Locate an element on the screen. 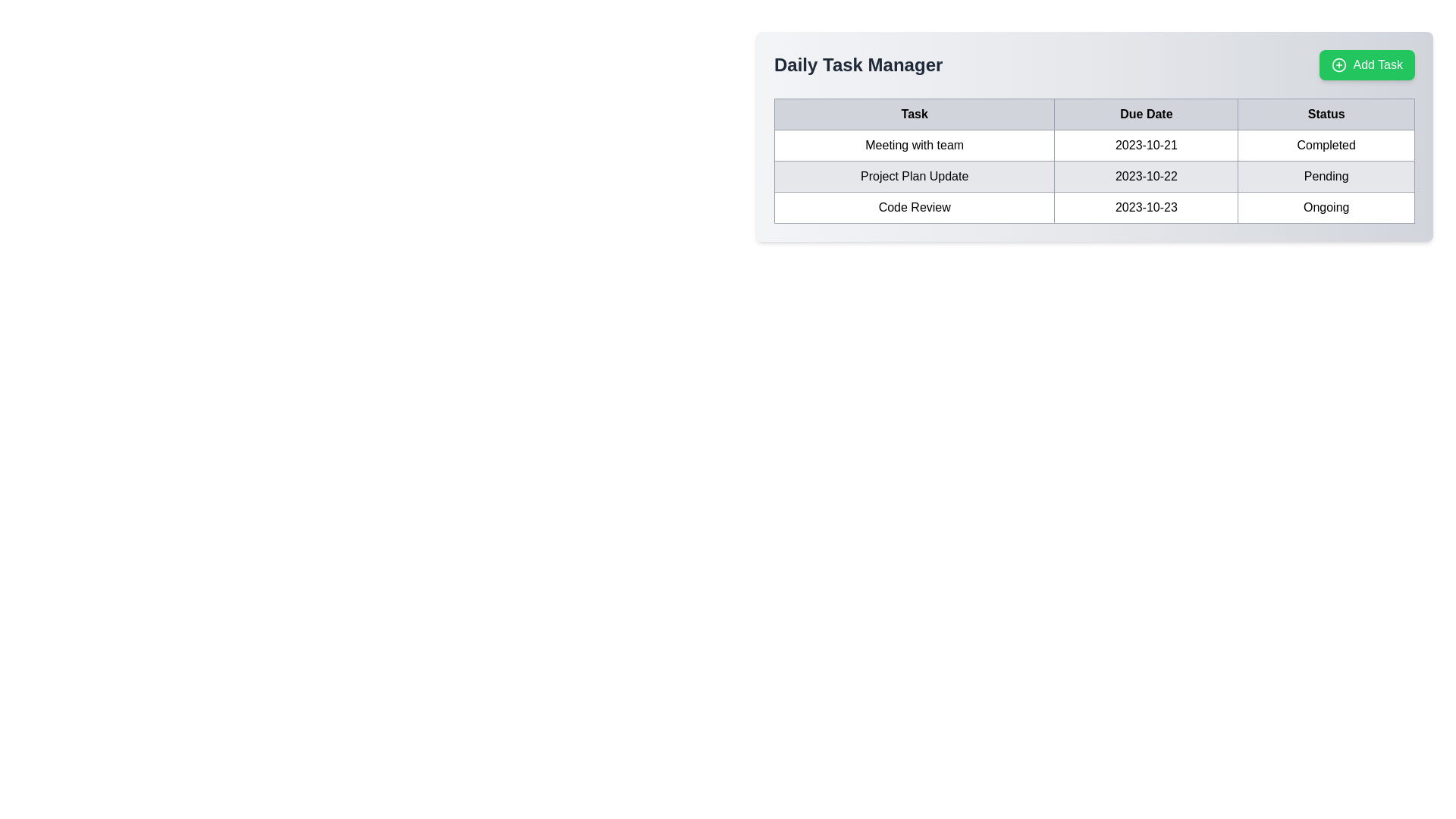  the first column header of the table, which describes tasks and is located at the top-left corner of the table is located at coordinates (914, 113).